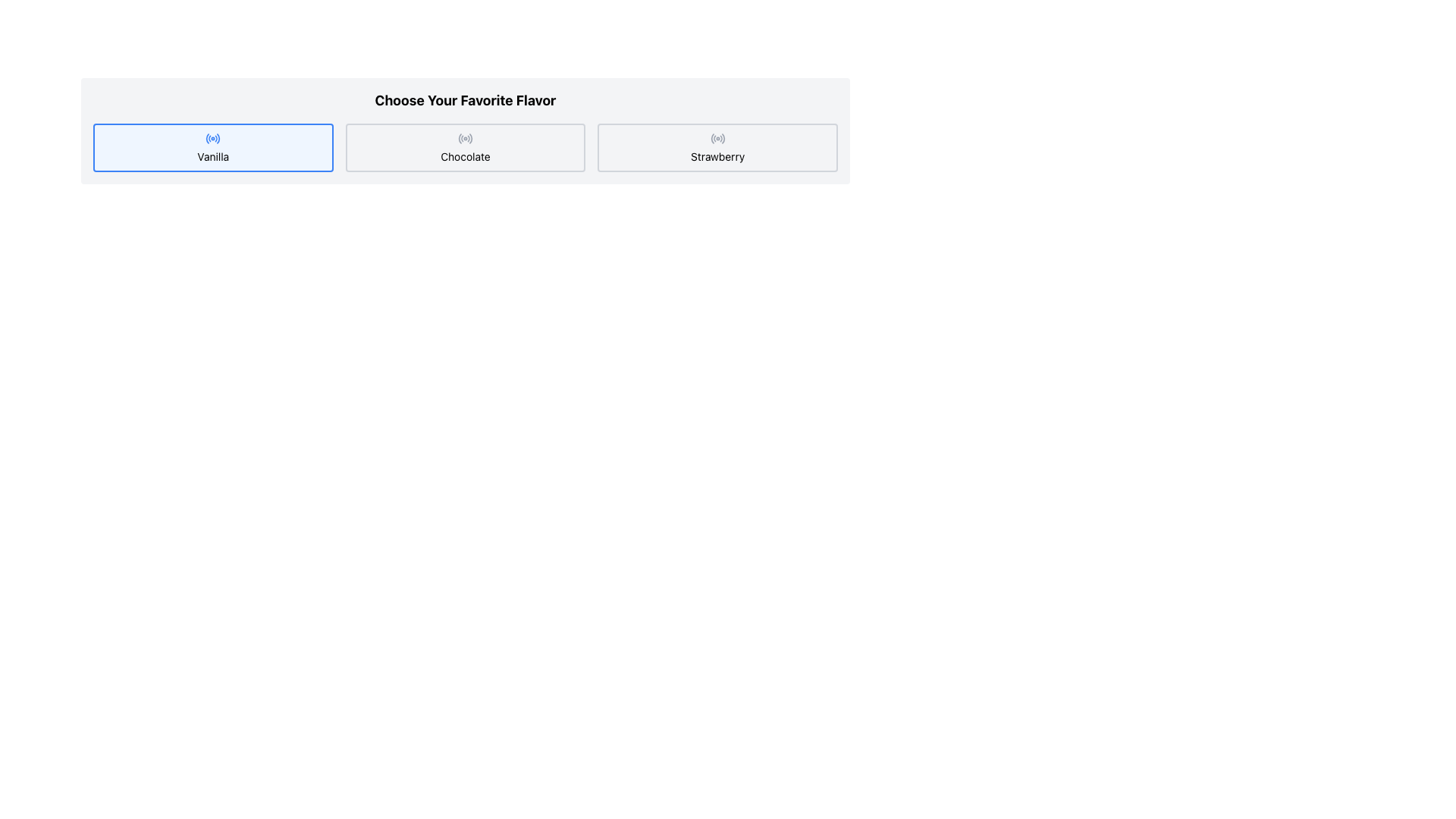 Image resolution: width=1456 pixels, height=819 pixels. I want to click on the 'Strawberry' selectable button, so click(717, 148).